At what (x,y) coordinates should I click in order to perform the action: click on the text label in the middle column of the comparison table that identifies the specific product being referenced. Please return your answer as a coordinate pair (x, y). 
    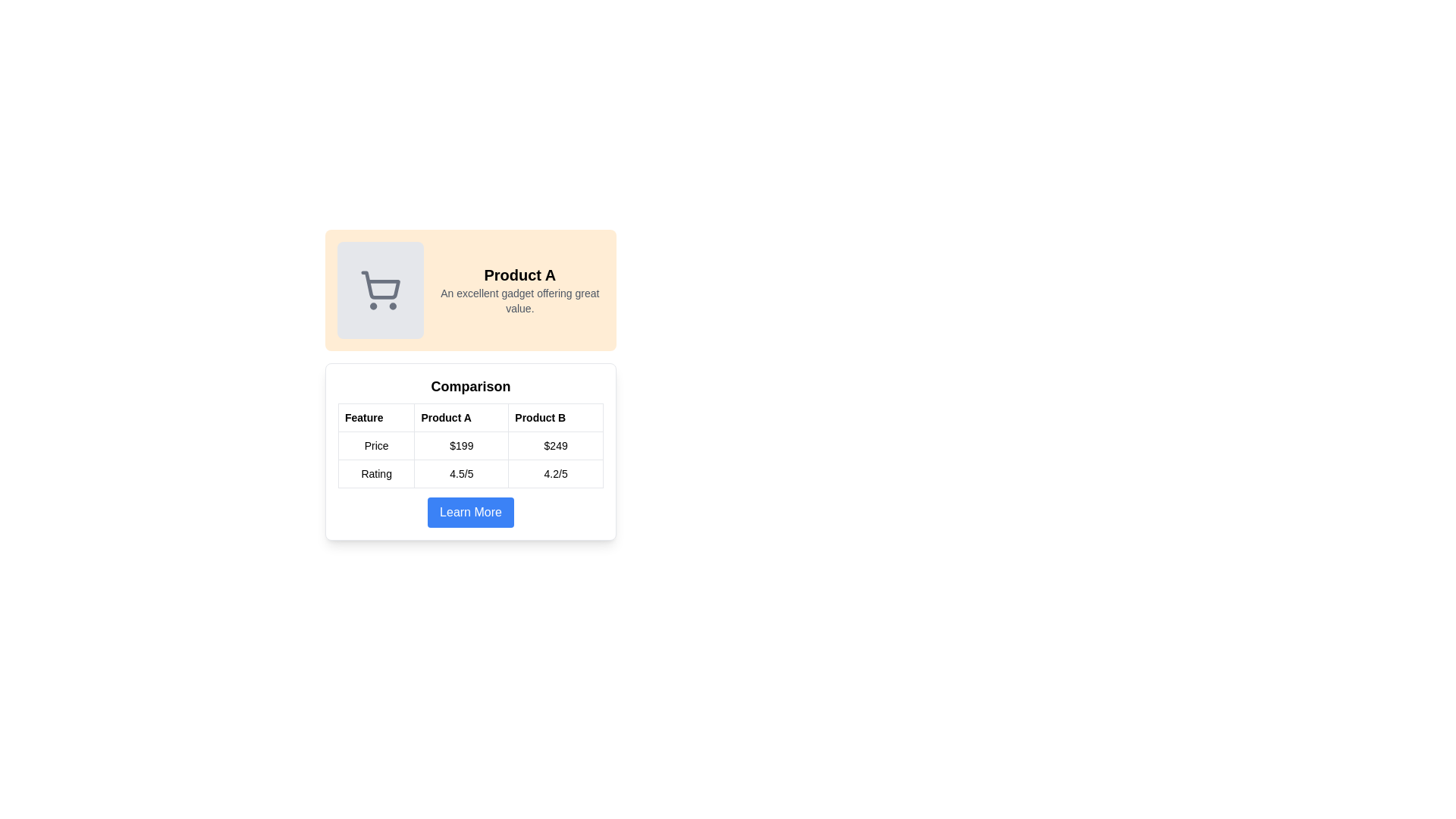
    Looking at the image, I should click on (460, 418).